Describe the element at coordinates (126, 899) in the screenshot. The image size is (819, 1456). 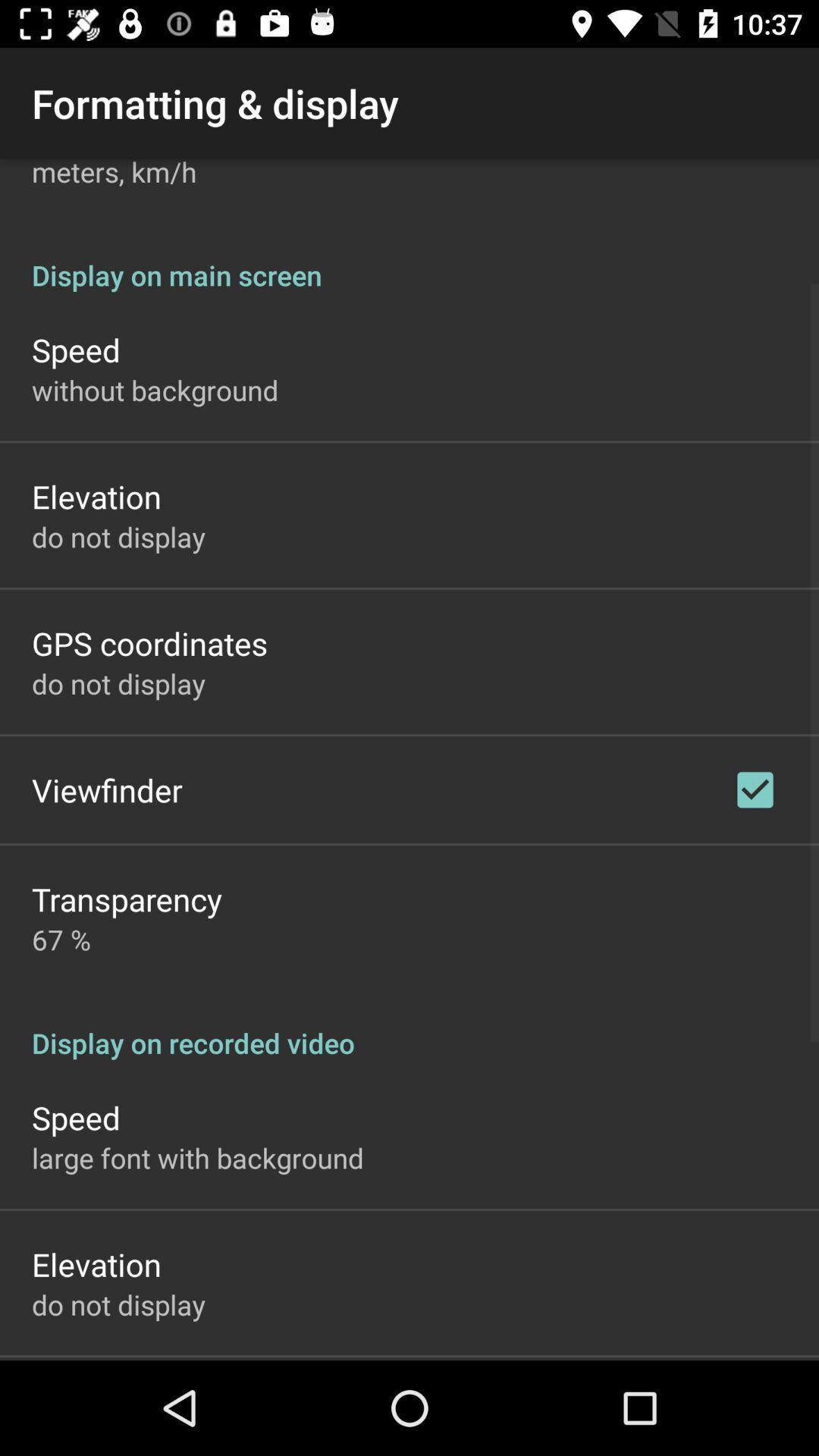
I see `icon below viewfinder item` at that location.